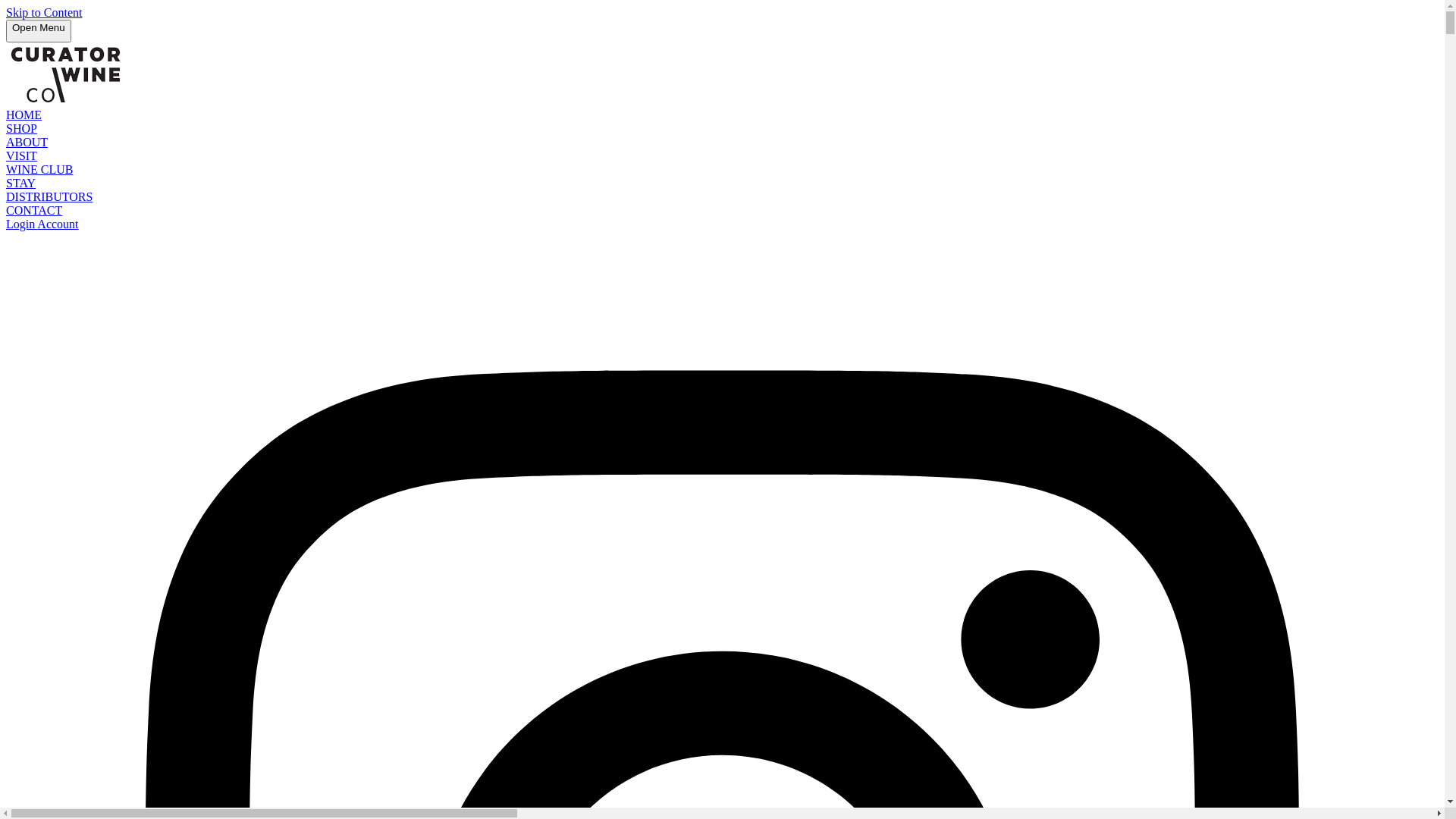 This screenshot has height=819, width=1456. Describe the element at coordinates (21, 155) in the screenshot. I see `'VISIT'` at that location.